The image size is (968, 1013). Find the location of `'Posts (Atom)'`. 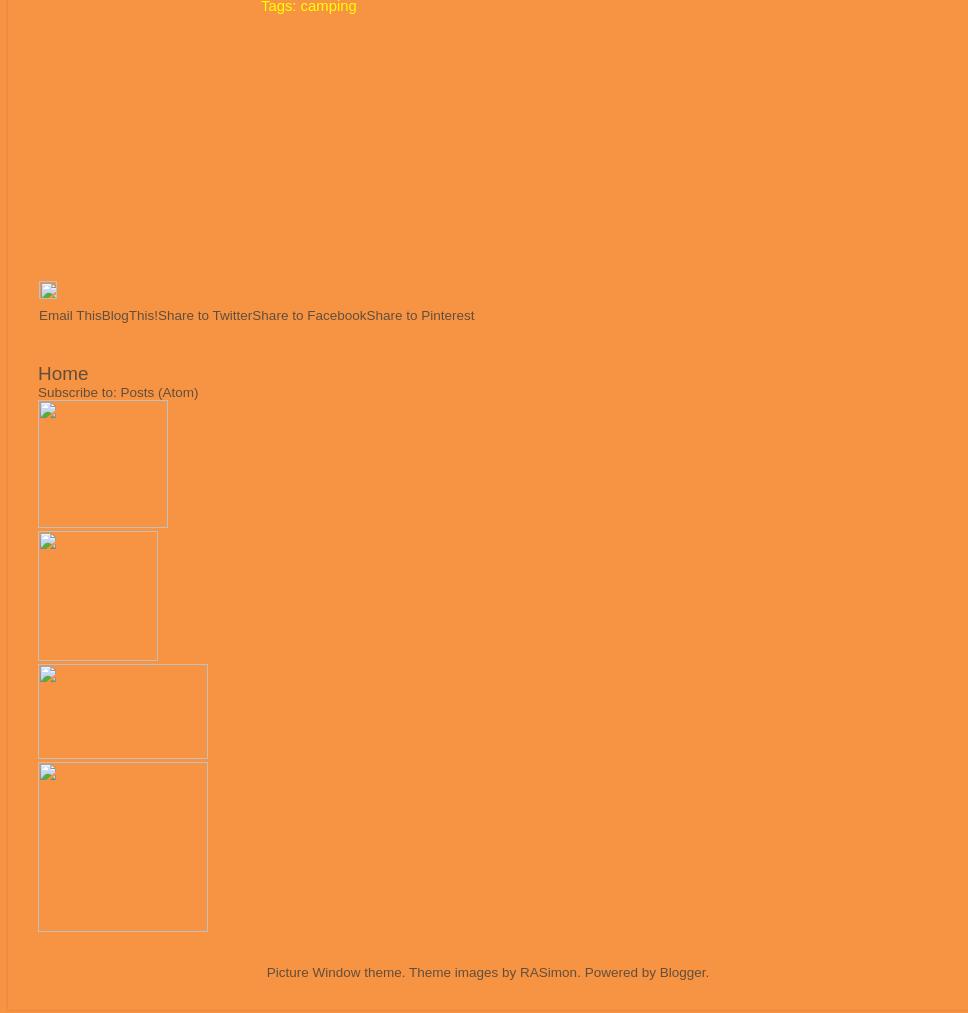

'Posts (Atom)' is located at coordinates (158, 392).